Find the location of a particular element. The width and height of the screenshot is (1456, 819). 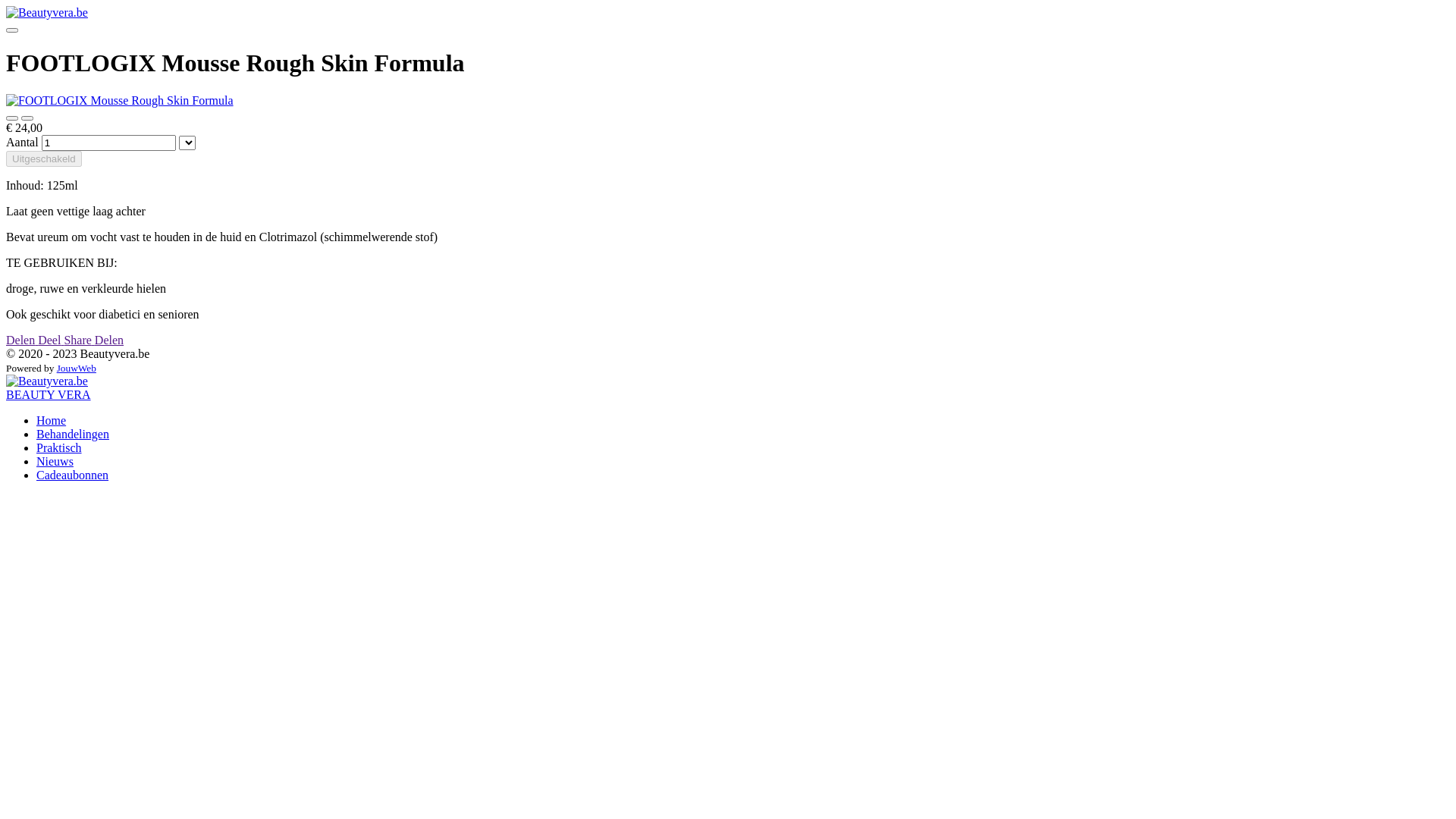

'Deel' is located at coordinates (51, 339).